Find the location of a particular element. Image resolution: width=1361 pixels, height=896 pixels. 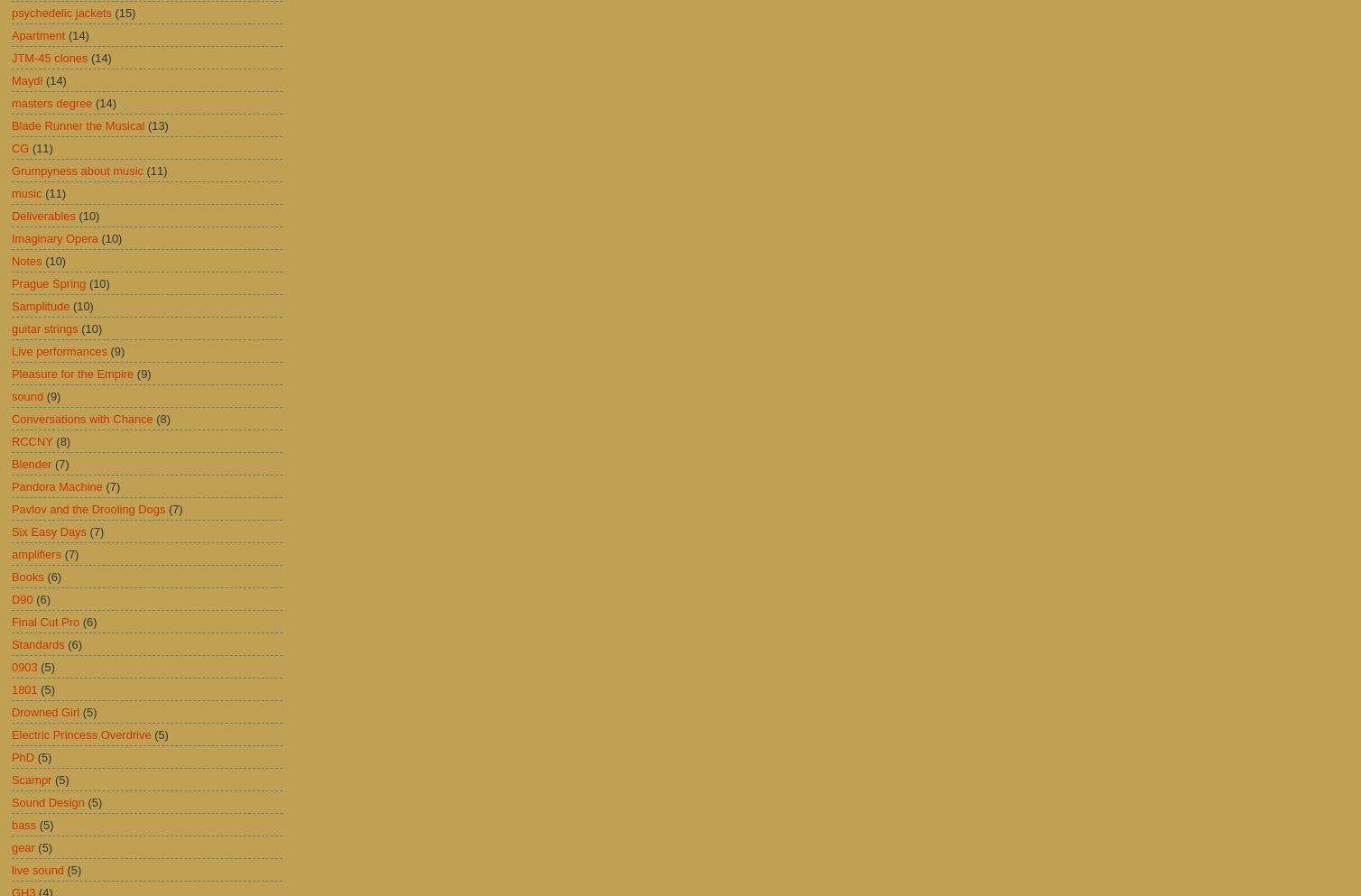

'Notes' is located at coordinates (26, 260).